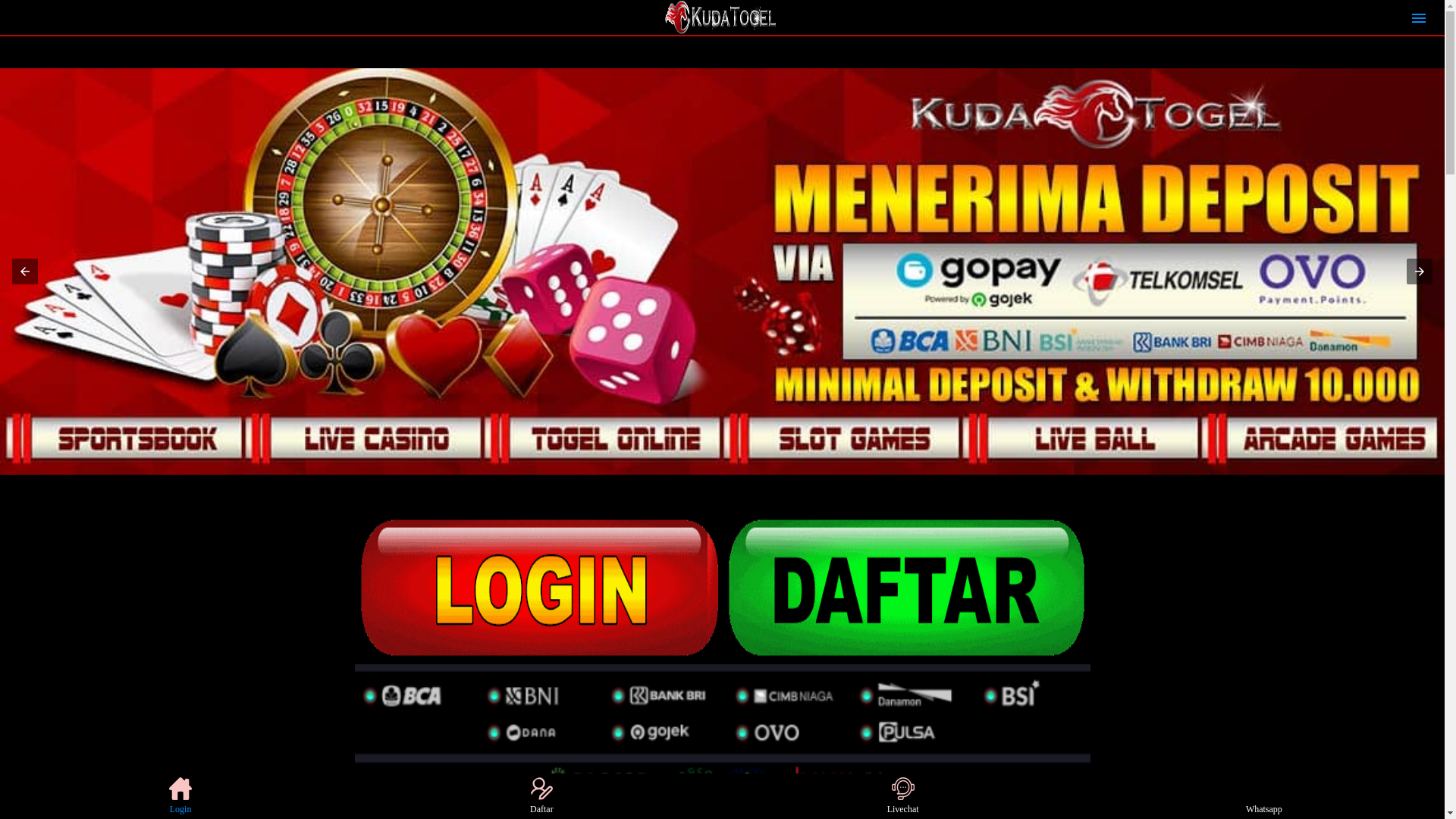 Image resolution: width=1456 pixels, height=819 pixels. I want to click on 'Daftar', so click(513, 795).